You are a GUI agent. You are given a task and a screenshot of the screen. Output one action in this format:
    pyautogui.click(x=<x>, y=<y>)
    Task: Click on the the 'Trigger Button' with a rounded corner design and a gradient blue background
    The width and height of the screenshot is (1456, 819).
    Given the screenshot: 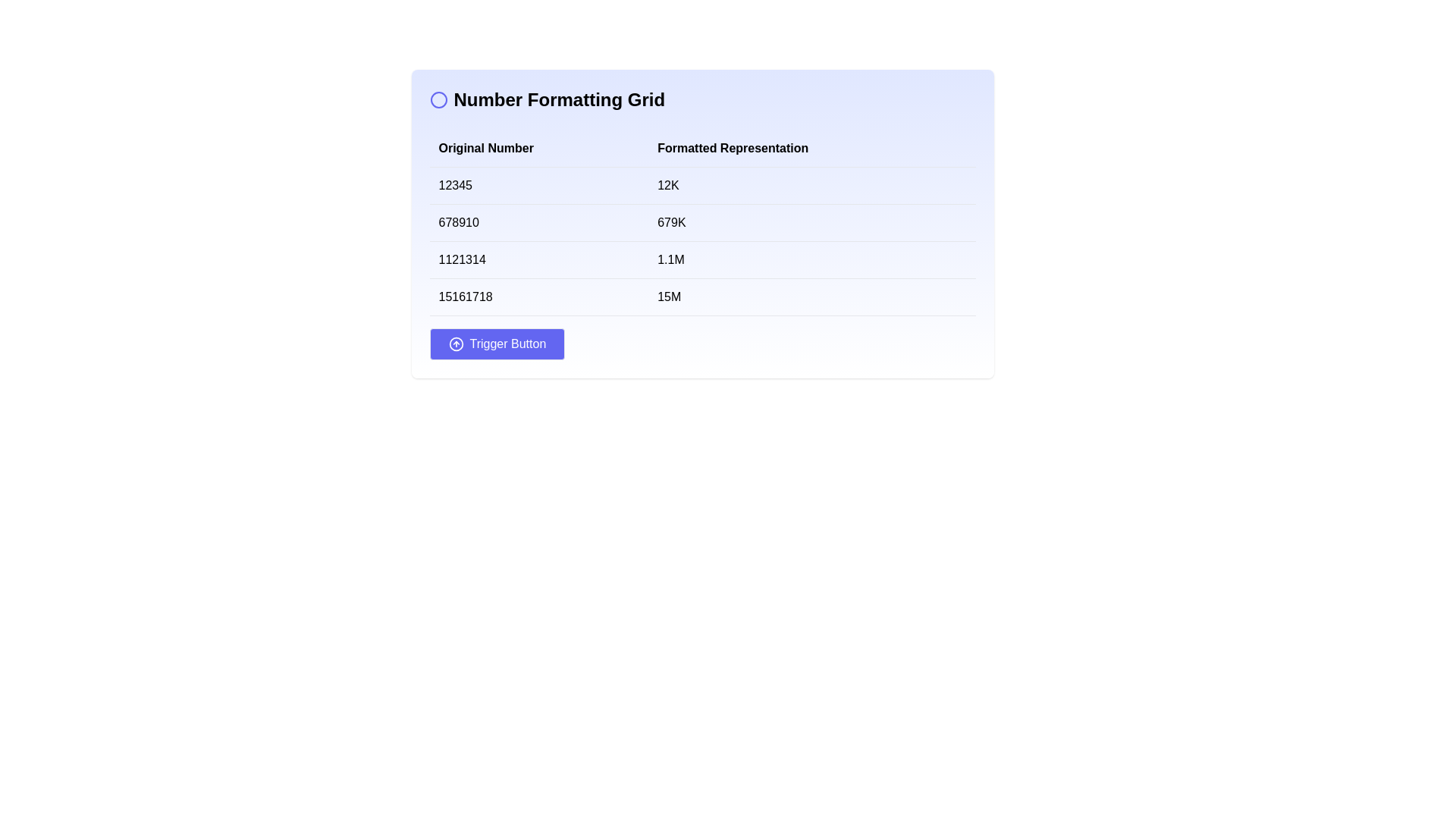 What is the action you would take?
    pyautogui.click(x=497, y=344)
    